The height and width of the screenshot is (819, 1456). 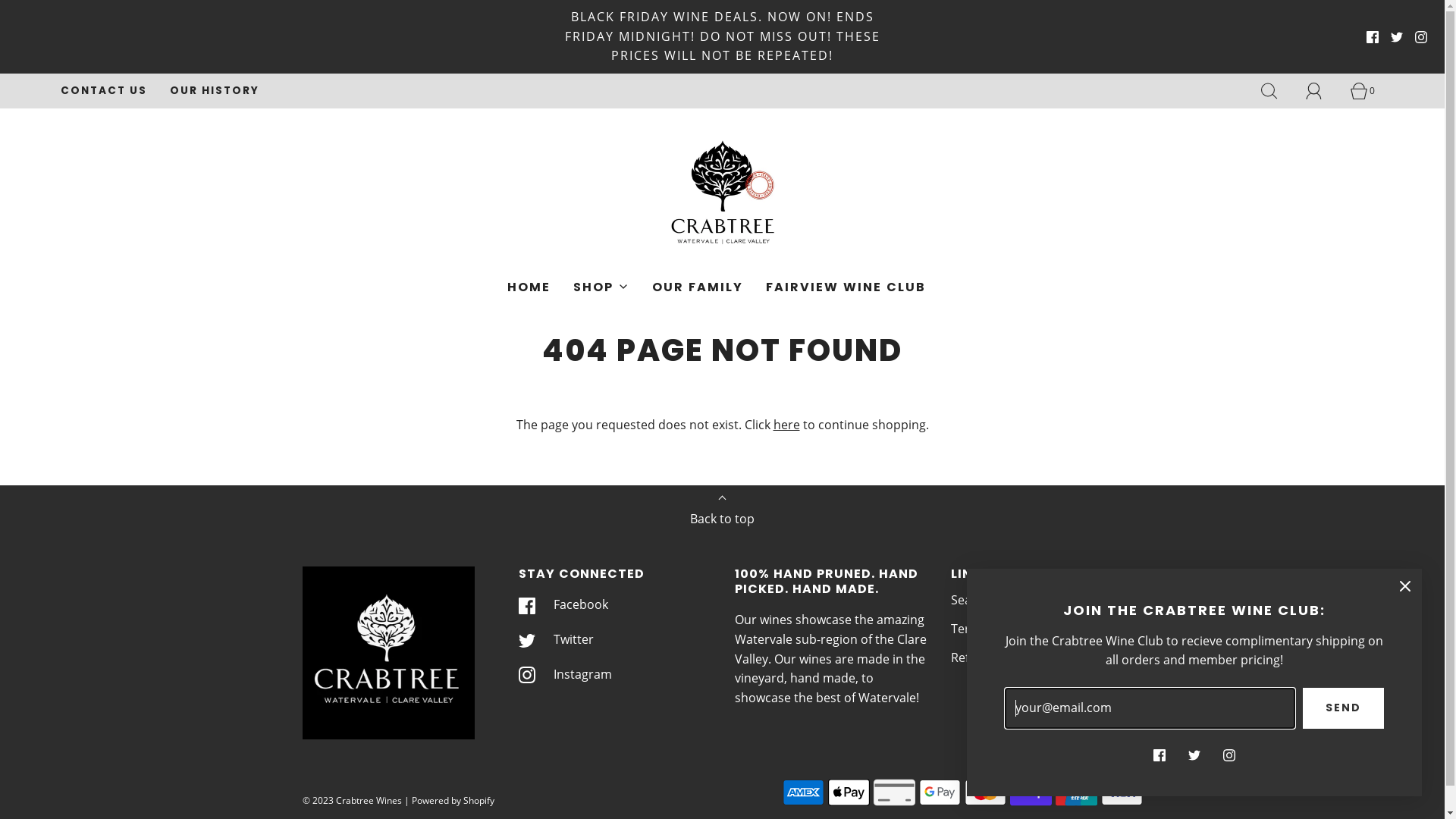 What do you see at coordinates (697, 287) in the screenshot?
I see `'OUR FAMILY'` at bounding box center [697, 287].